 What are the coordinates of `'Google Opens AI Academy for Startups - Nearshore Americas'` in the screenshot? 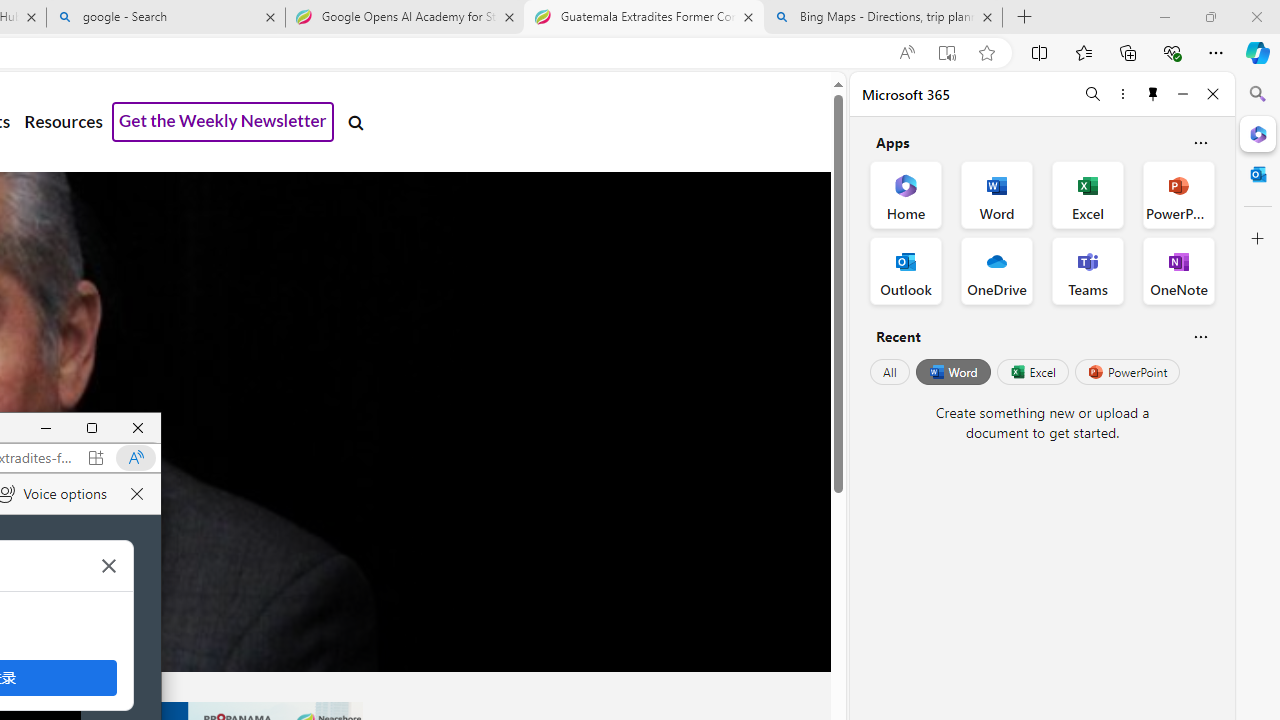 It's located at (403, 17).